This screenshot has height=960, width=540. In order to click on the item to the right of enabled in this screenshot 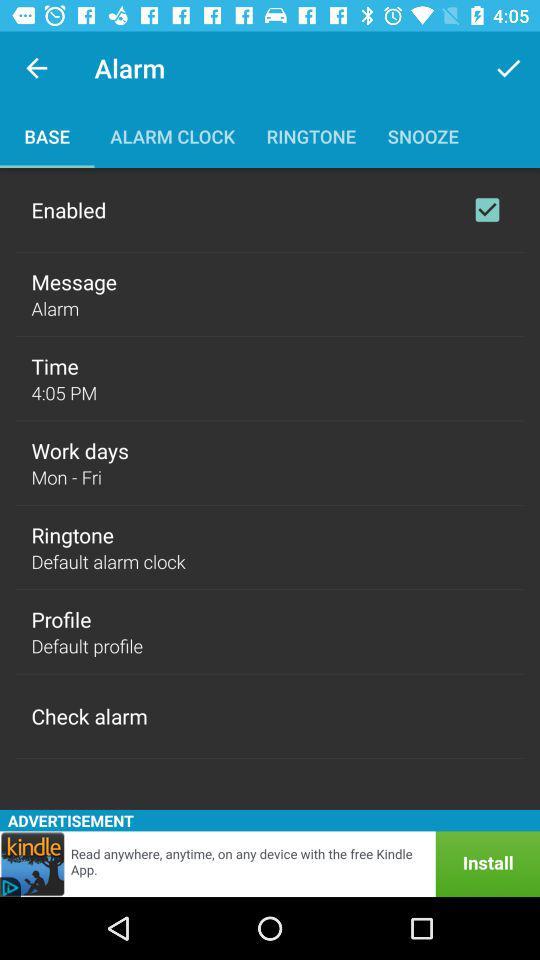, I will do `click(486, 210)`.